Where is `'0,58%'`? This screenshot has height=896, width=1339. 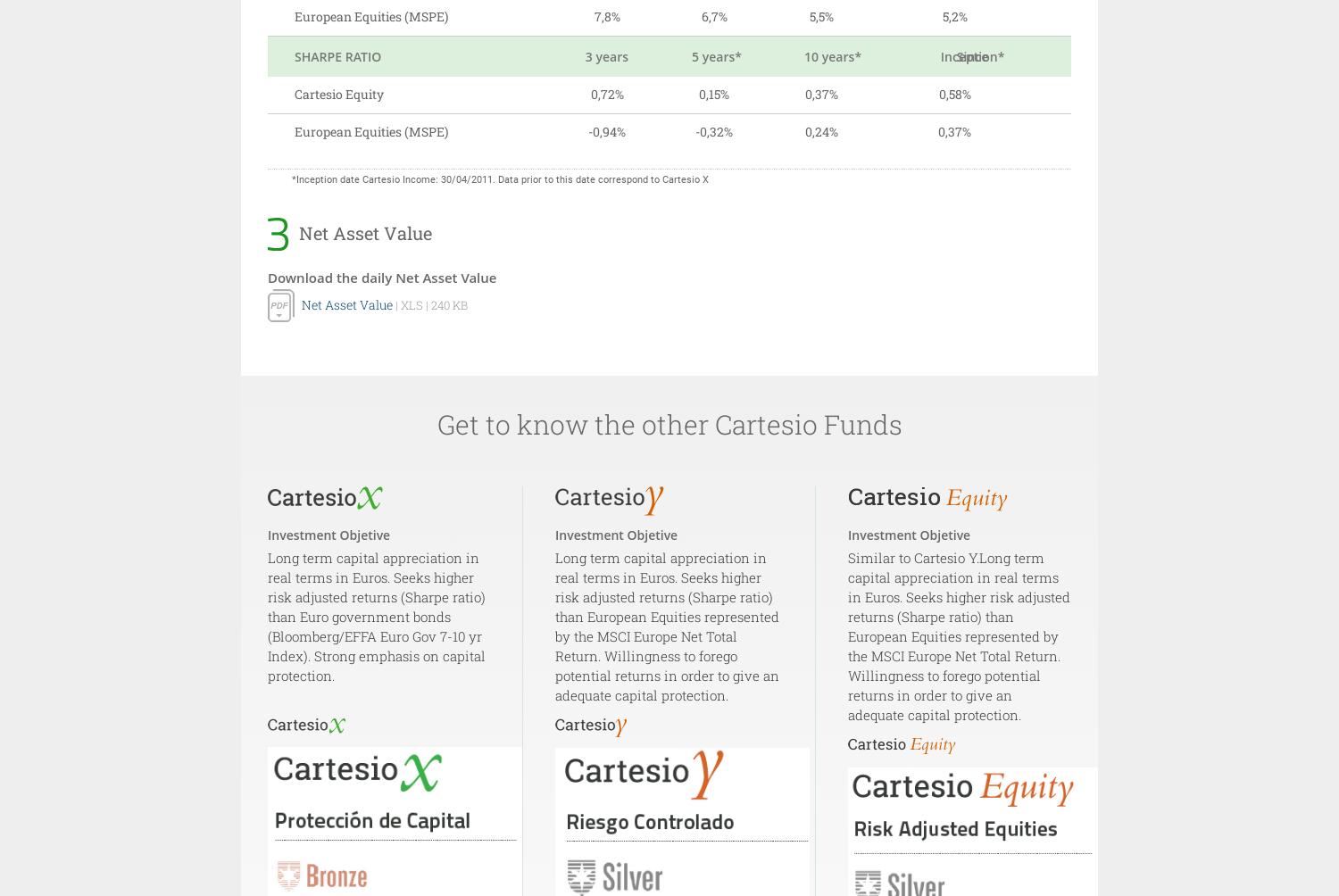
'0,58%' is located at coordinates (953, 94).